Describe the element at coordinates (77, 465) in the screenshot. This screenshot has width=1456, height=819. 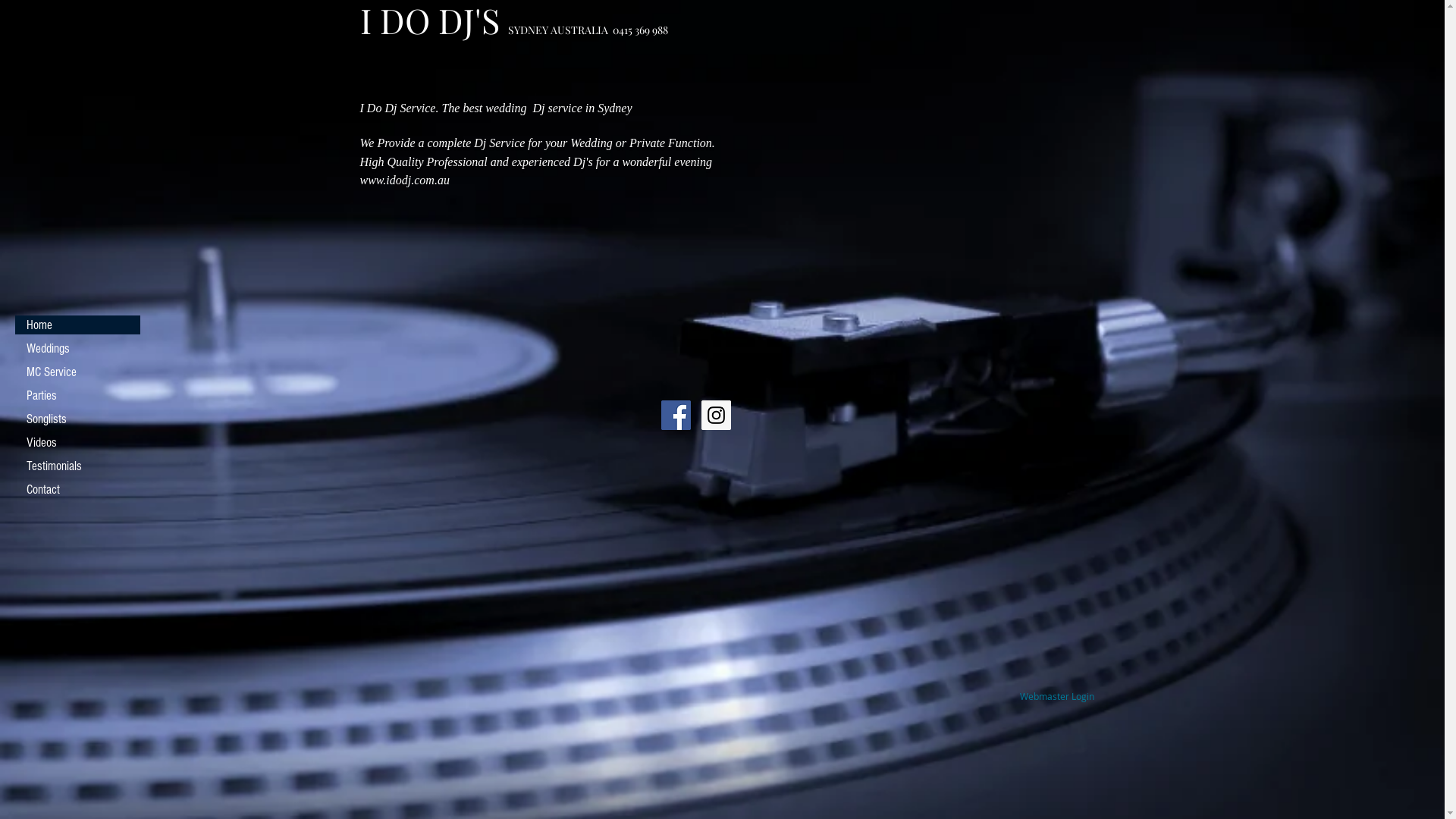
I see `'Testimonials'` at that location.